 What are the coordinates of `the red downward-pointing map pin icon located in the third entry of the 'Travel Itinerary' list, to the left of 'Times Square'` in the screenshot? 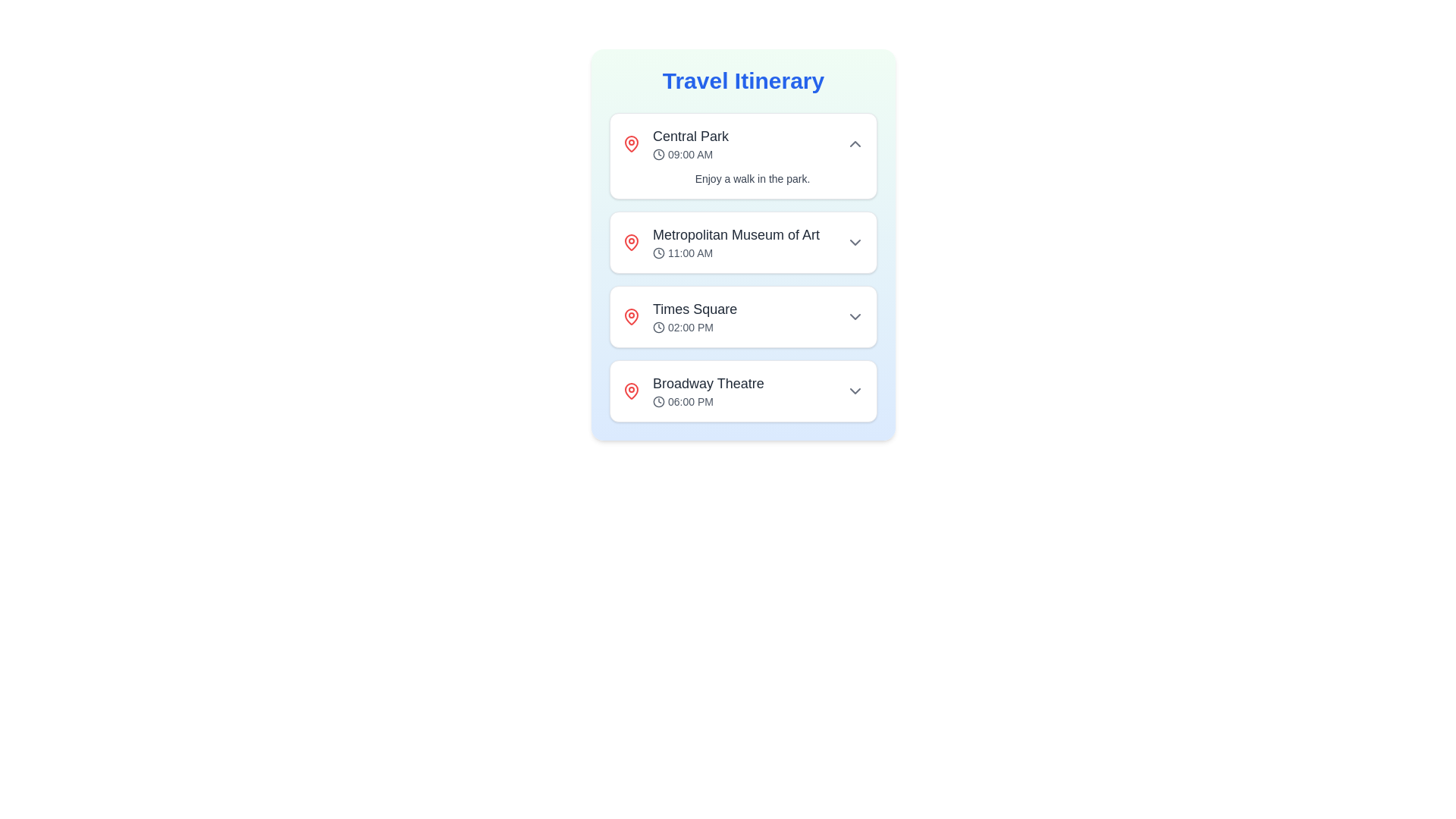 It's located at (632, 315).